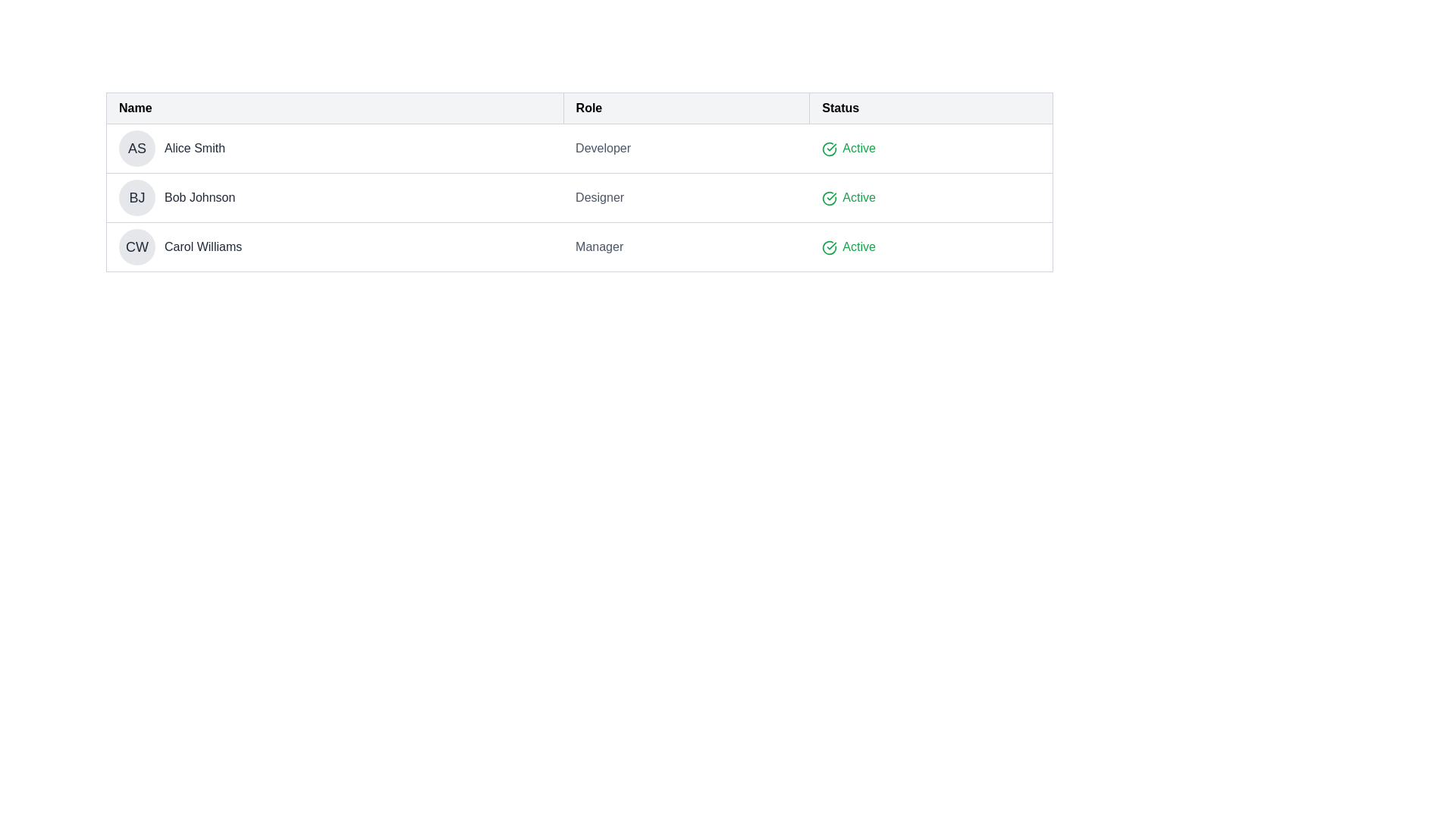  Describe the element at coordinates (579, 197) in the screenshot. I see `the table row displaying information for user Bob Johnson, which includes their initials, name, role as Designer, and status as Active` at that location.